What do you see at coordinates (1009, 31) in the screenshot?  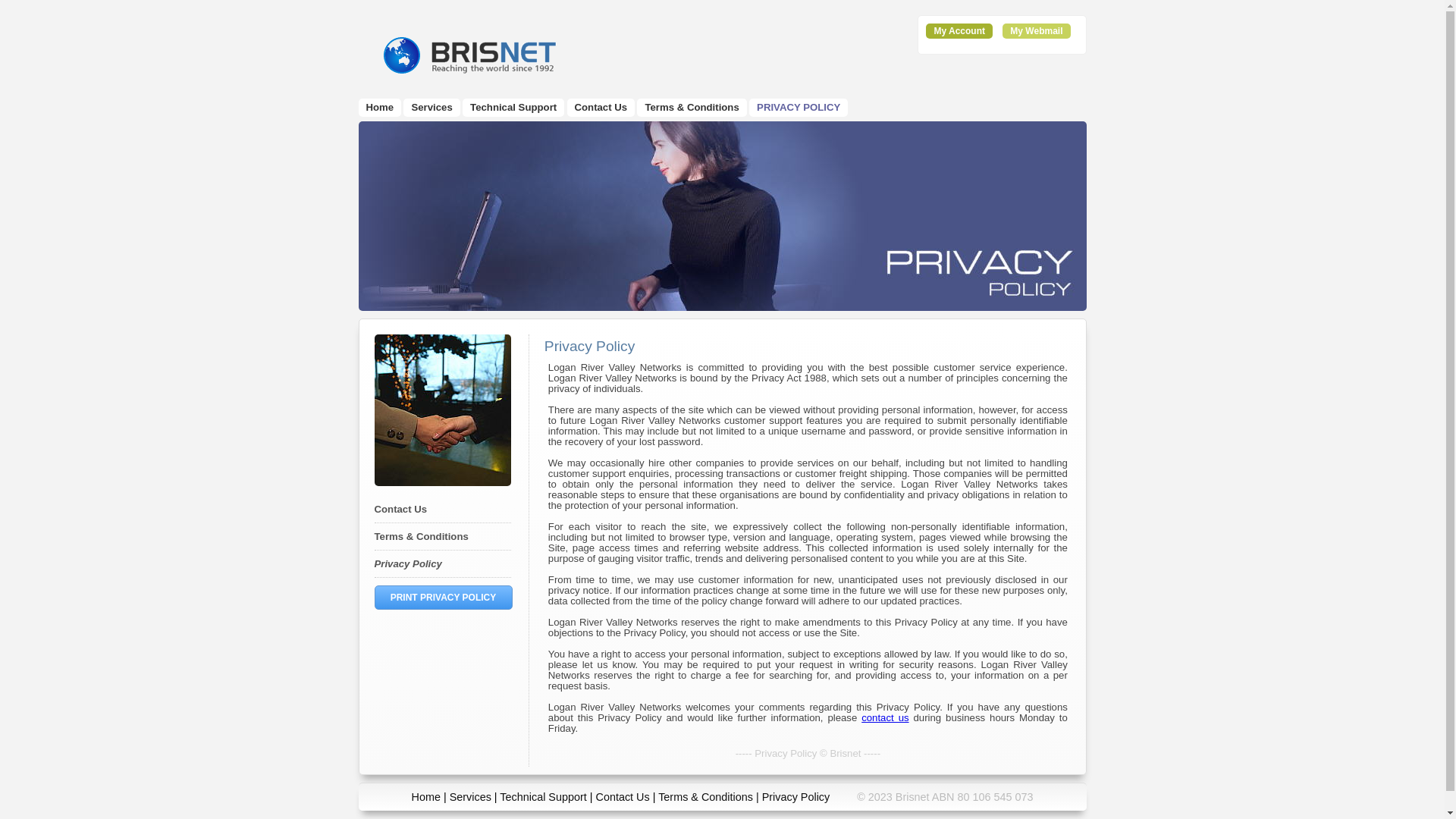 I see `'My Webmail'` at bounding box center [1009, 31].